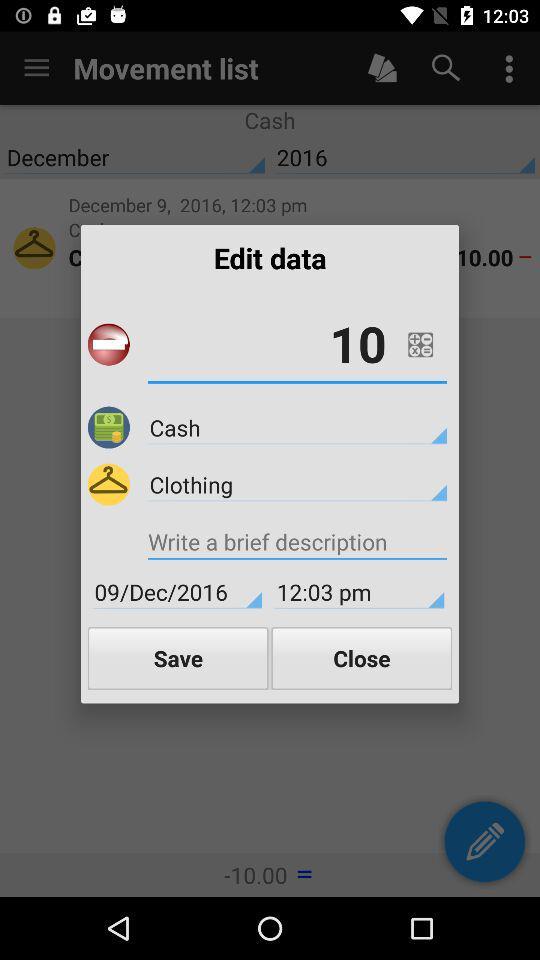 The height and width of the screenshot is (960, 540). Describe the element at coordinates (419, 344) in the screenshot. I see `edit number` at that location.